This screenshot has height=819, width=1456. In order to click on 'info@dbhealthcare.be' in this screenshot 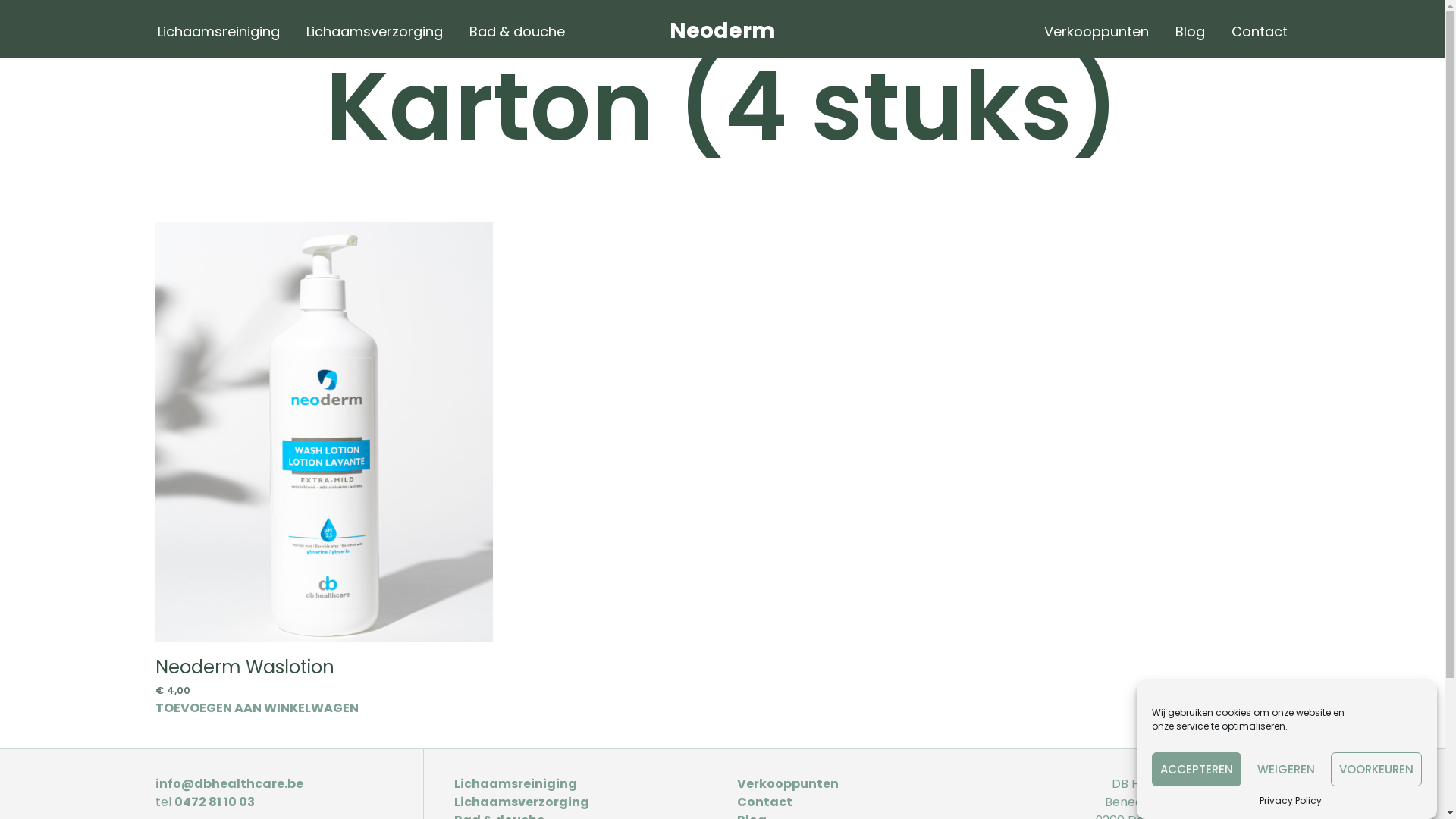, I will do `click(228, 783)`.